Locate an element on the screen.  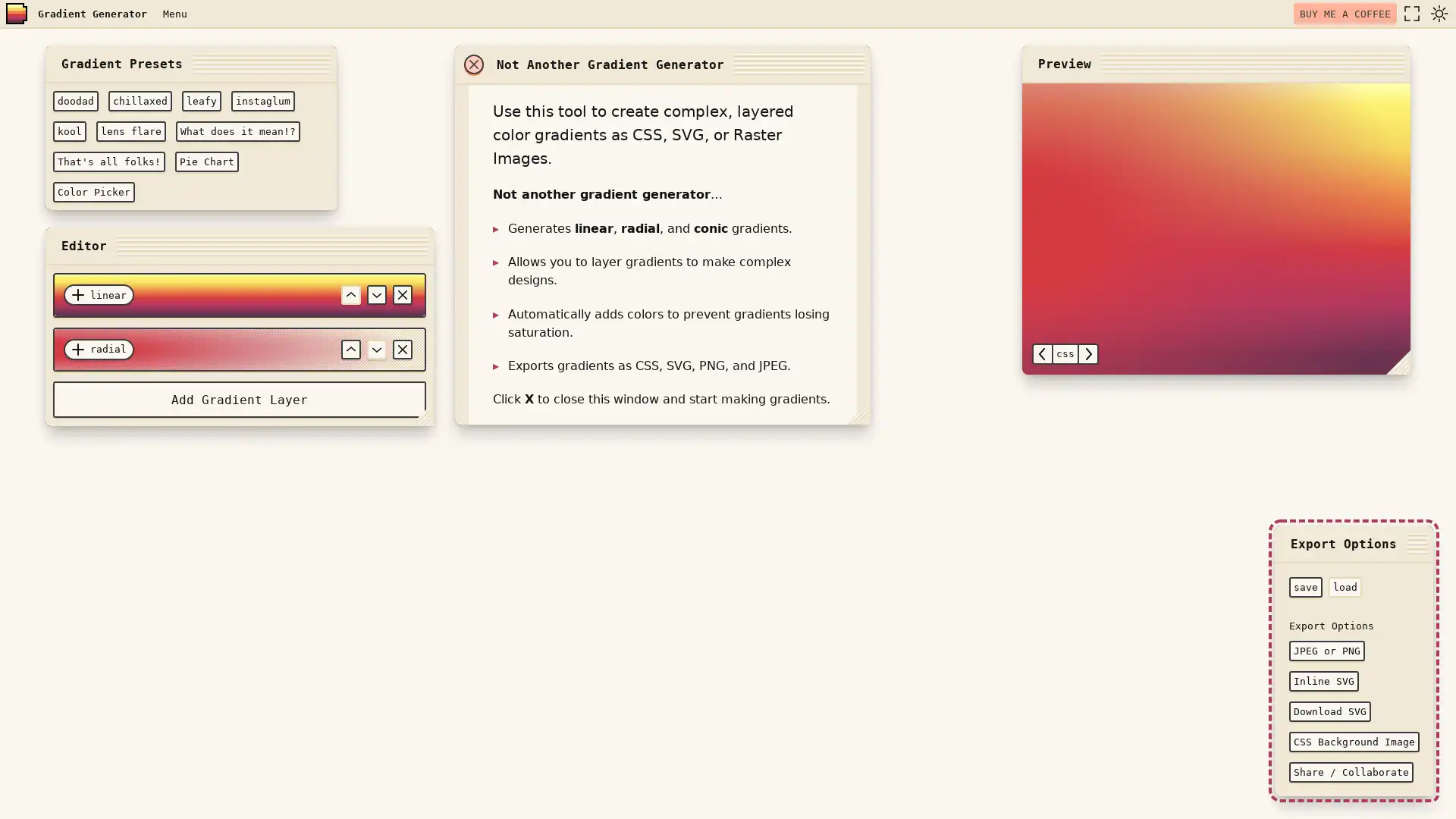
chillaxed is located at coordinates (140, 101).